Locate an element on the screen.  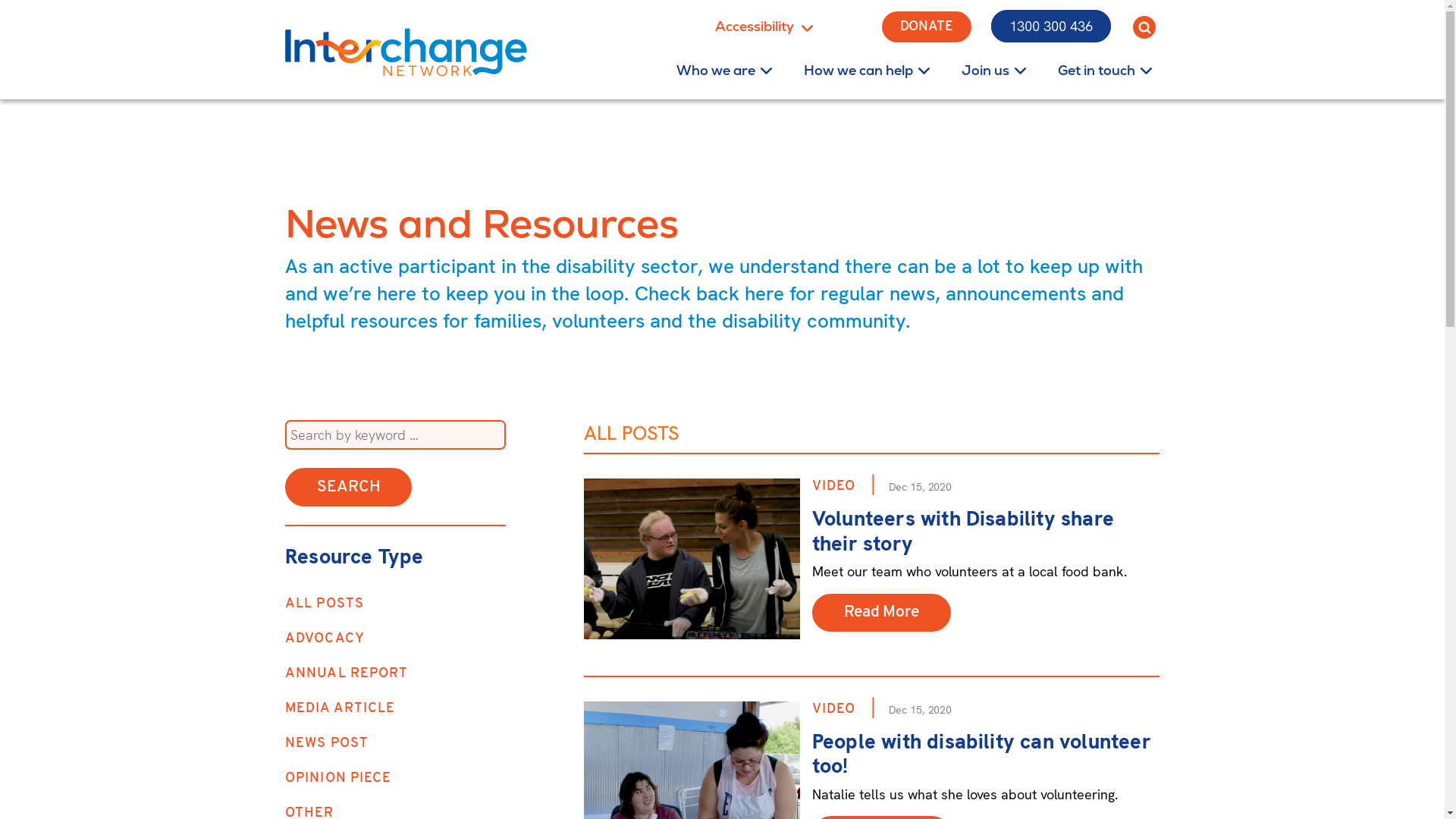
'Who we are' is located at coordinates (651, 70).